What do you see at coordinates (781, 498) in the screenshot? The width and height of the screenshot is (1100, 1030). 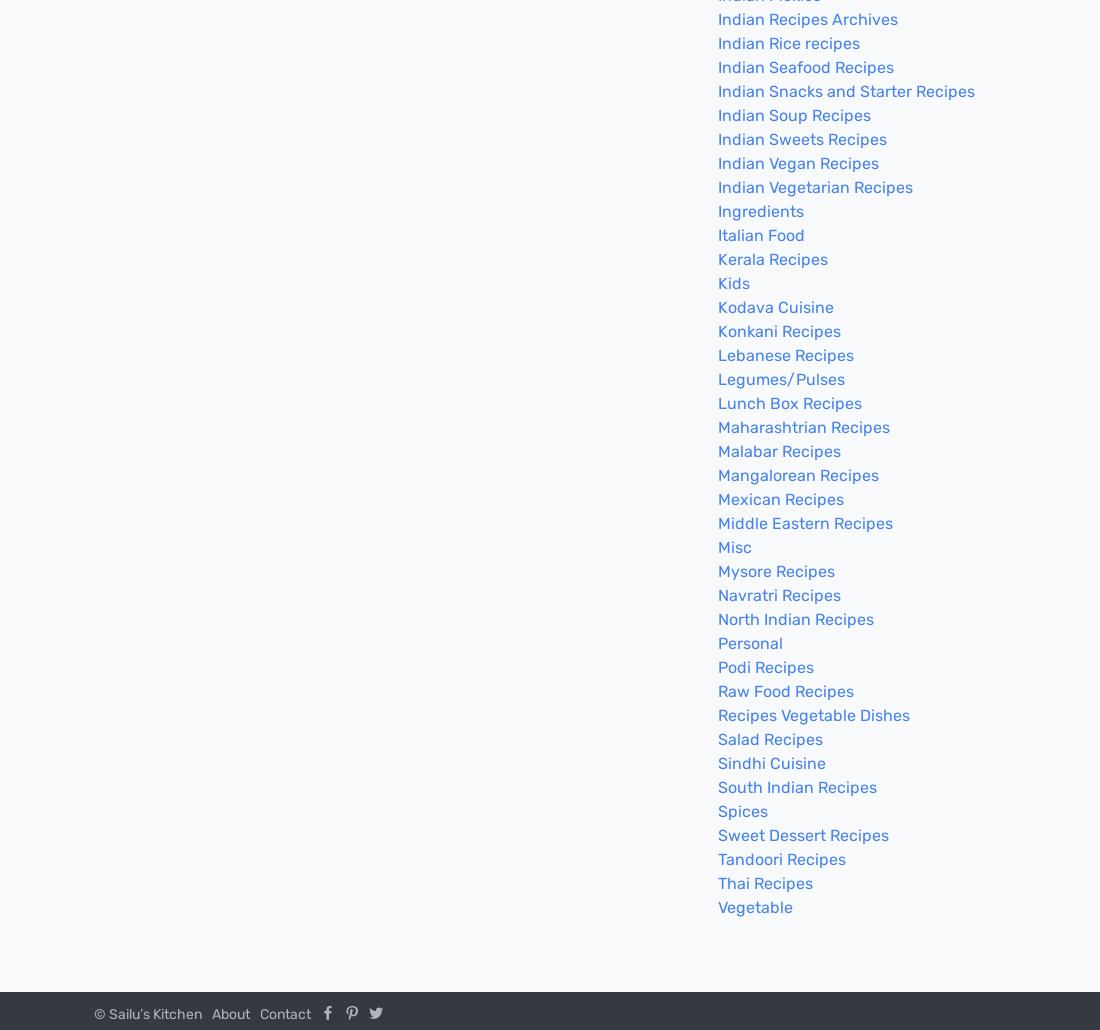 I see `'Mexican Recipes'` at bounding box center [781, 498].